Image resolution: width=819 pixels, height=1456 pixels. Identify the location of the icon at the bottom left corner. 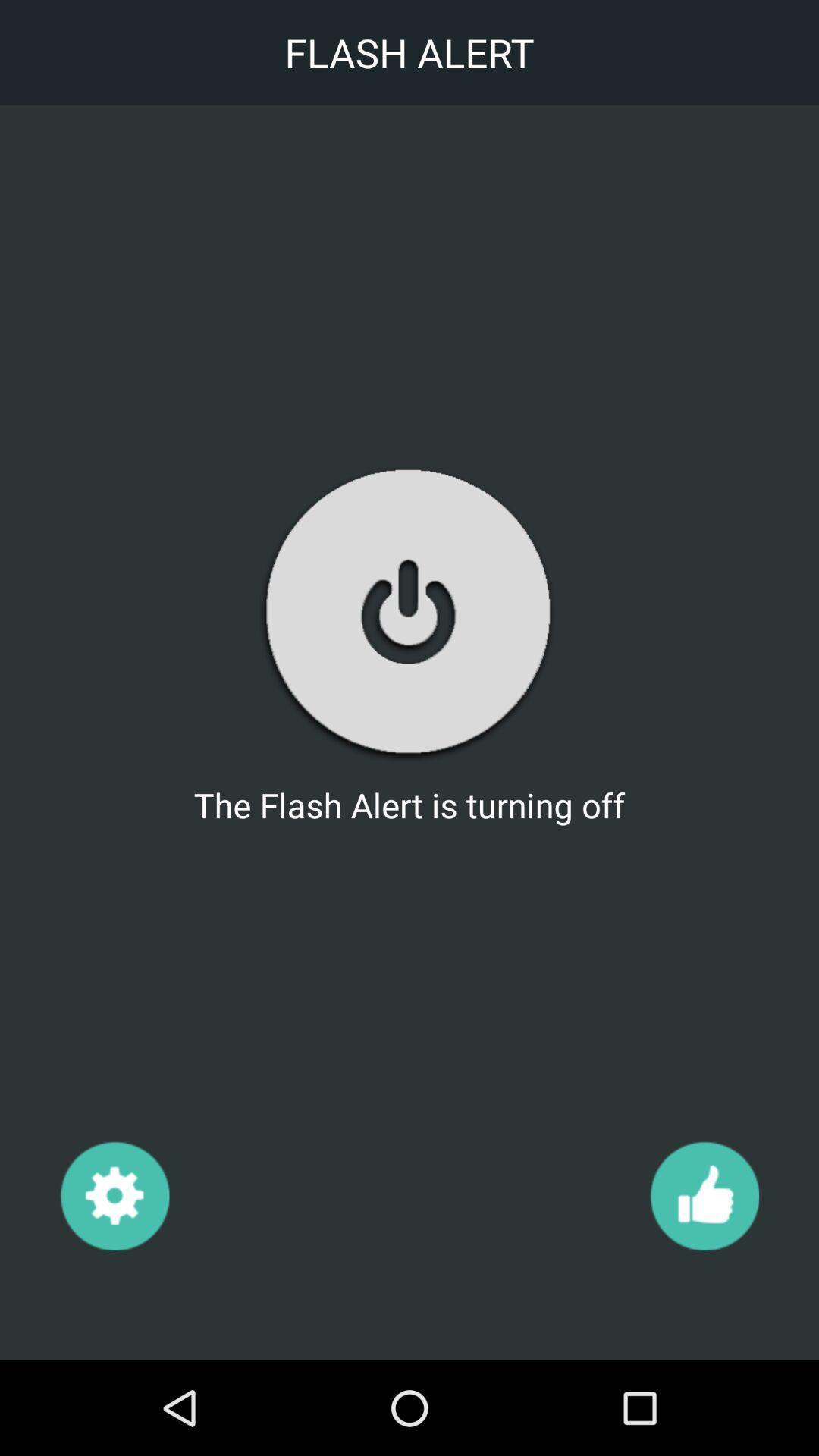
(114, 1194).